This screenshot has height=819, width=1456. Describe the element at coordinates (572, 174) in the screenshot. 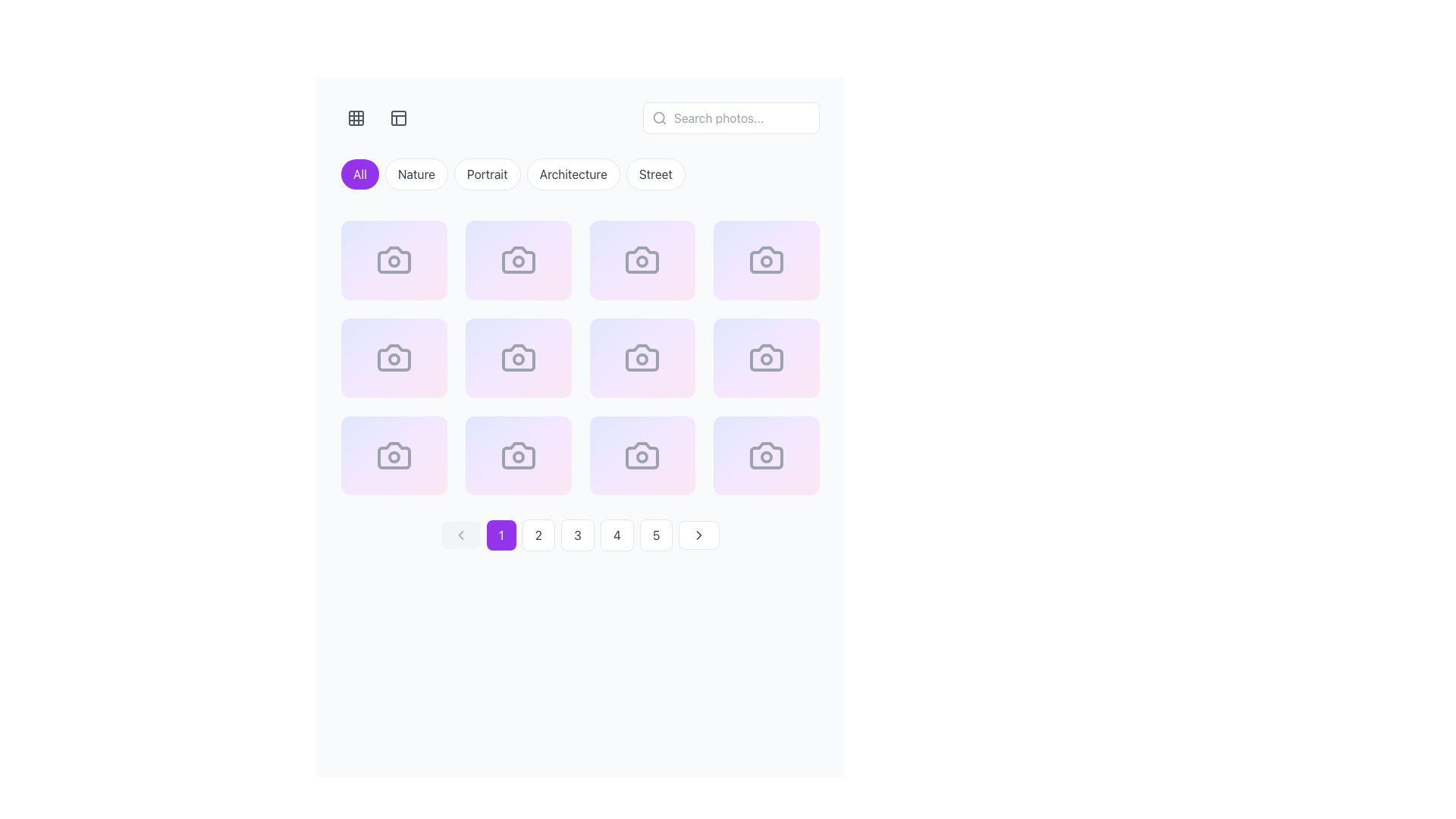

I see `the fourth button in the horizontal list near the top-center of the interface to apply the Architecture filter` at that location.